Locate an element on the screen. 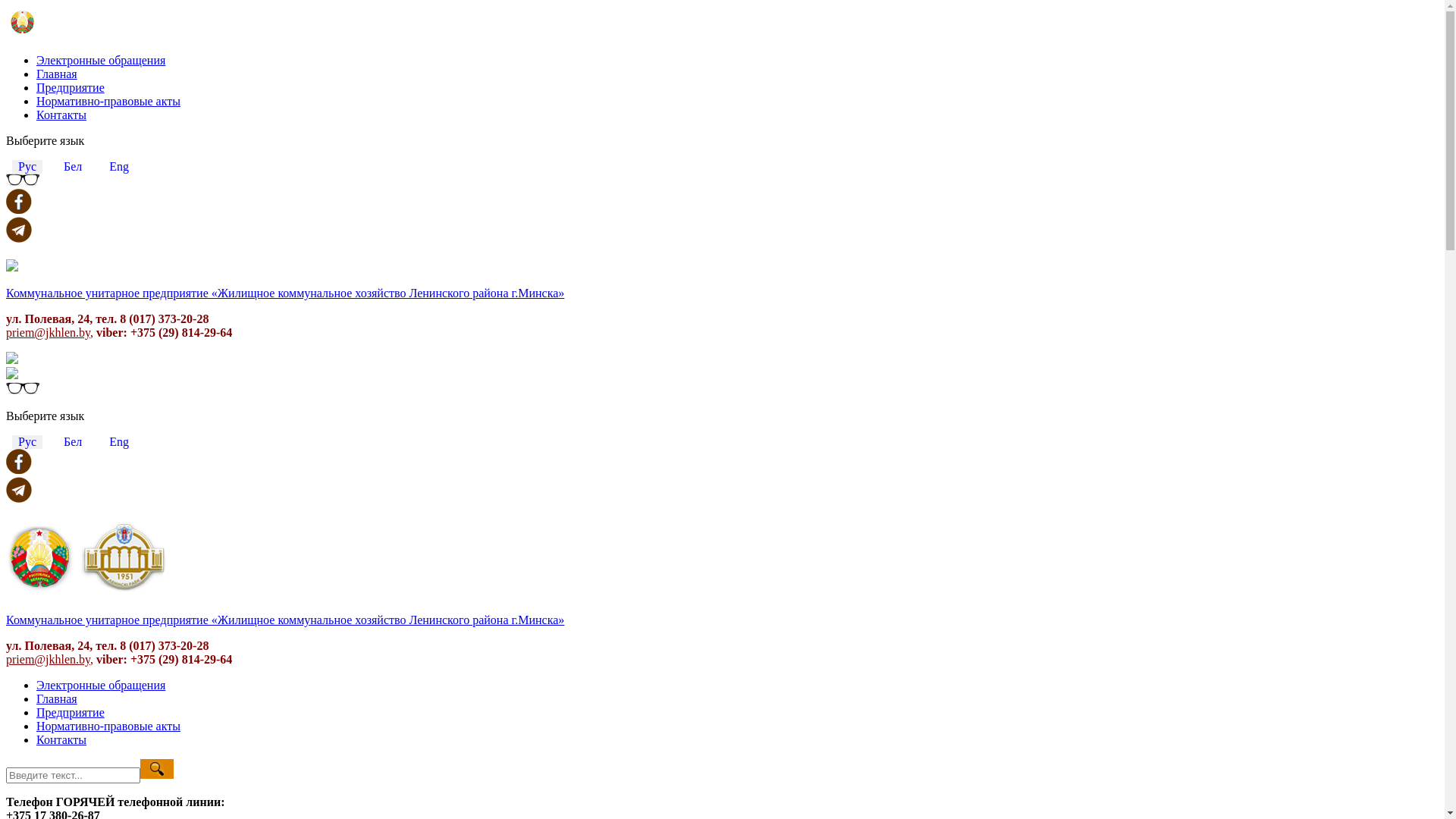 This screenshot has width=1456, height=819. 'Eng' is located at coordinates (118, 166).